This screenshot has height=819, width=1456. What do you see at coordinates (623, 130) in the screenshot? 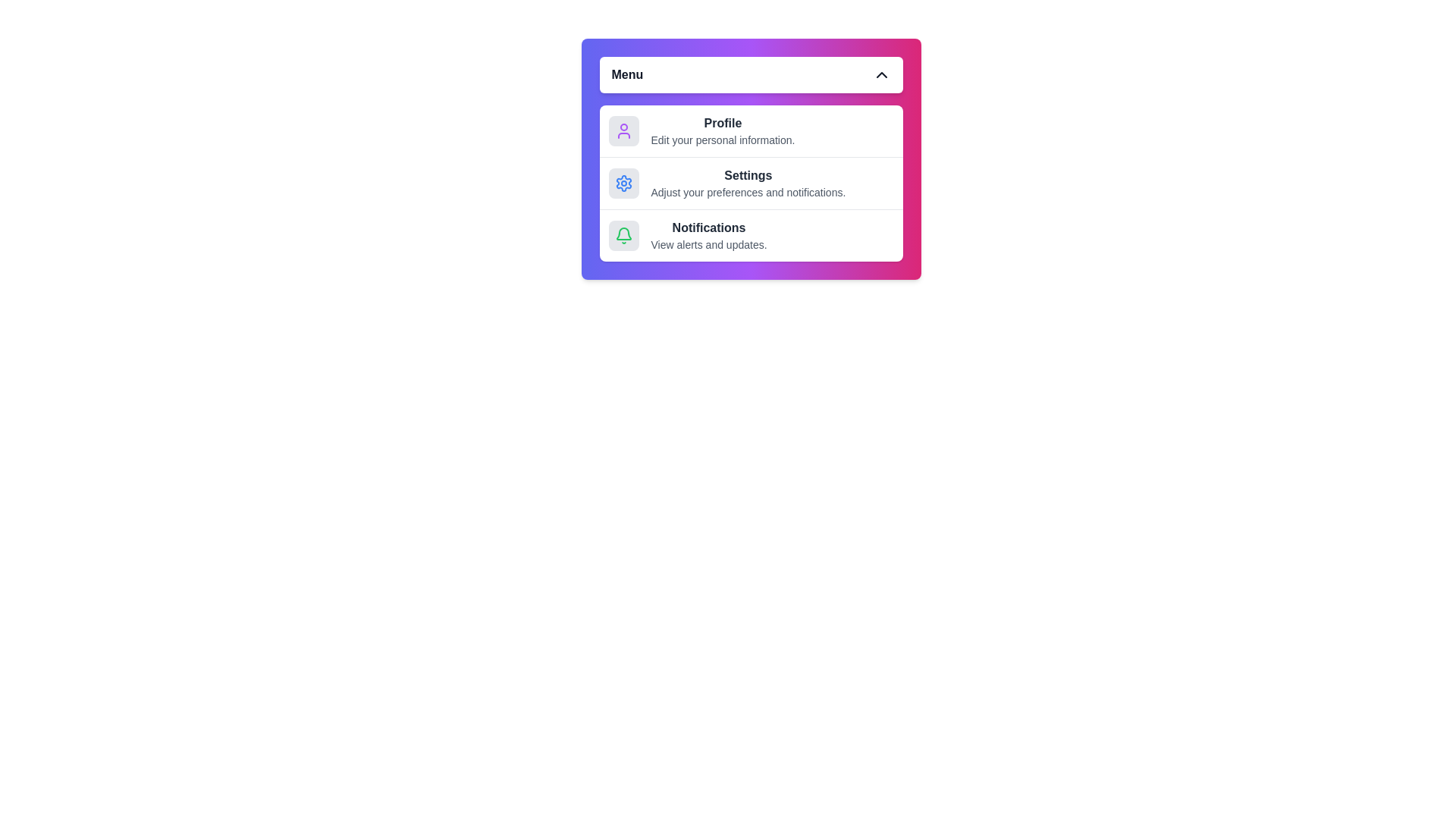
I see `the Profile icon in the menu` at bounding box center [623, 130].